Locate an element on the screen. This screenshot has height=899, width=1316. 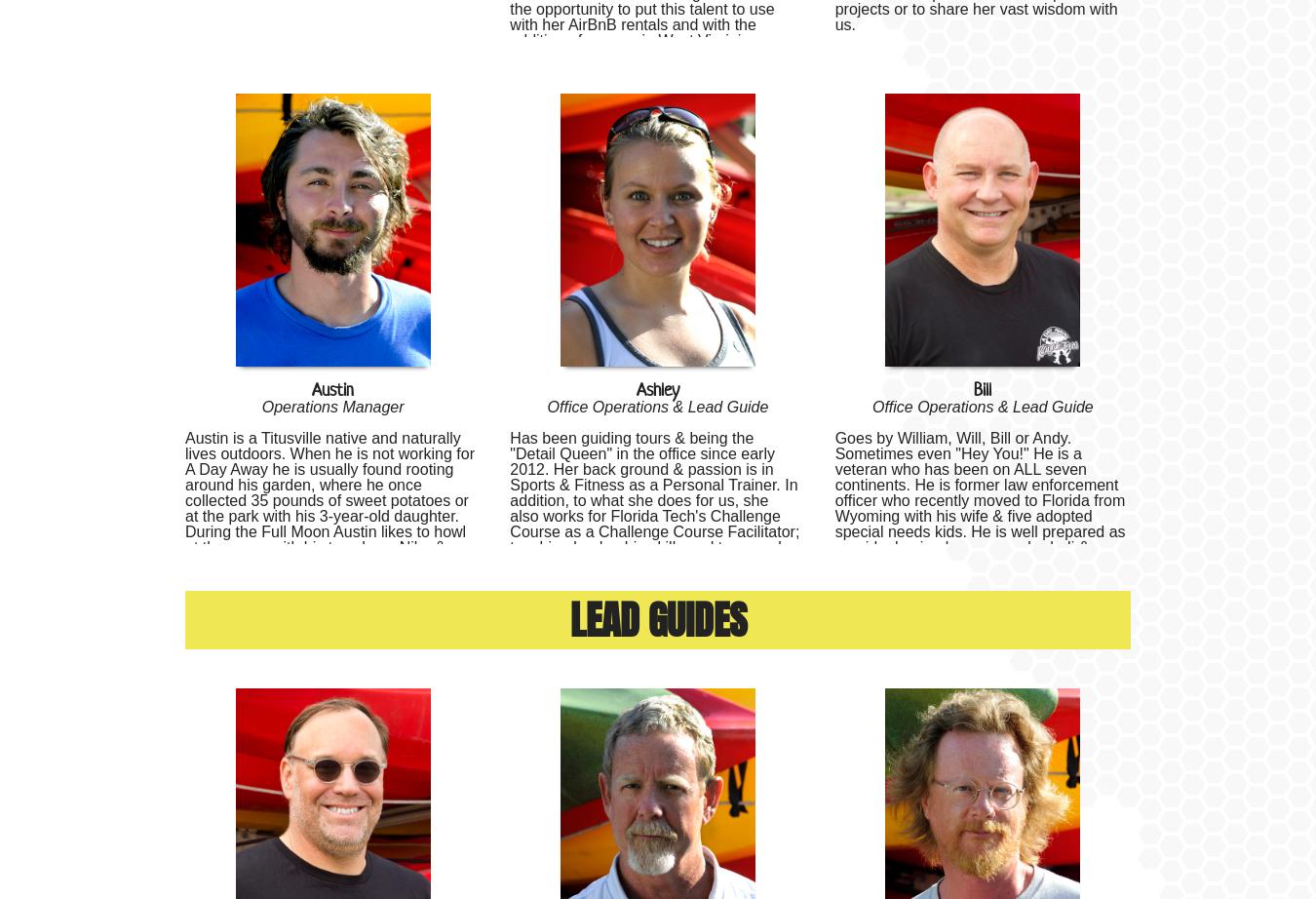
'Bill' is located at coordinates (982, 388).